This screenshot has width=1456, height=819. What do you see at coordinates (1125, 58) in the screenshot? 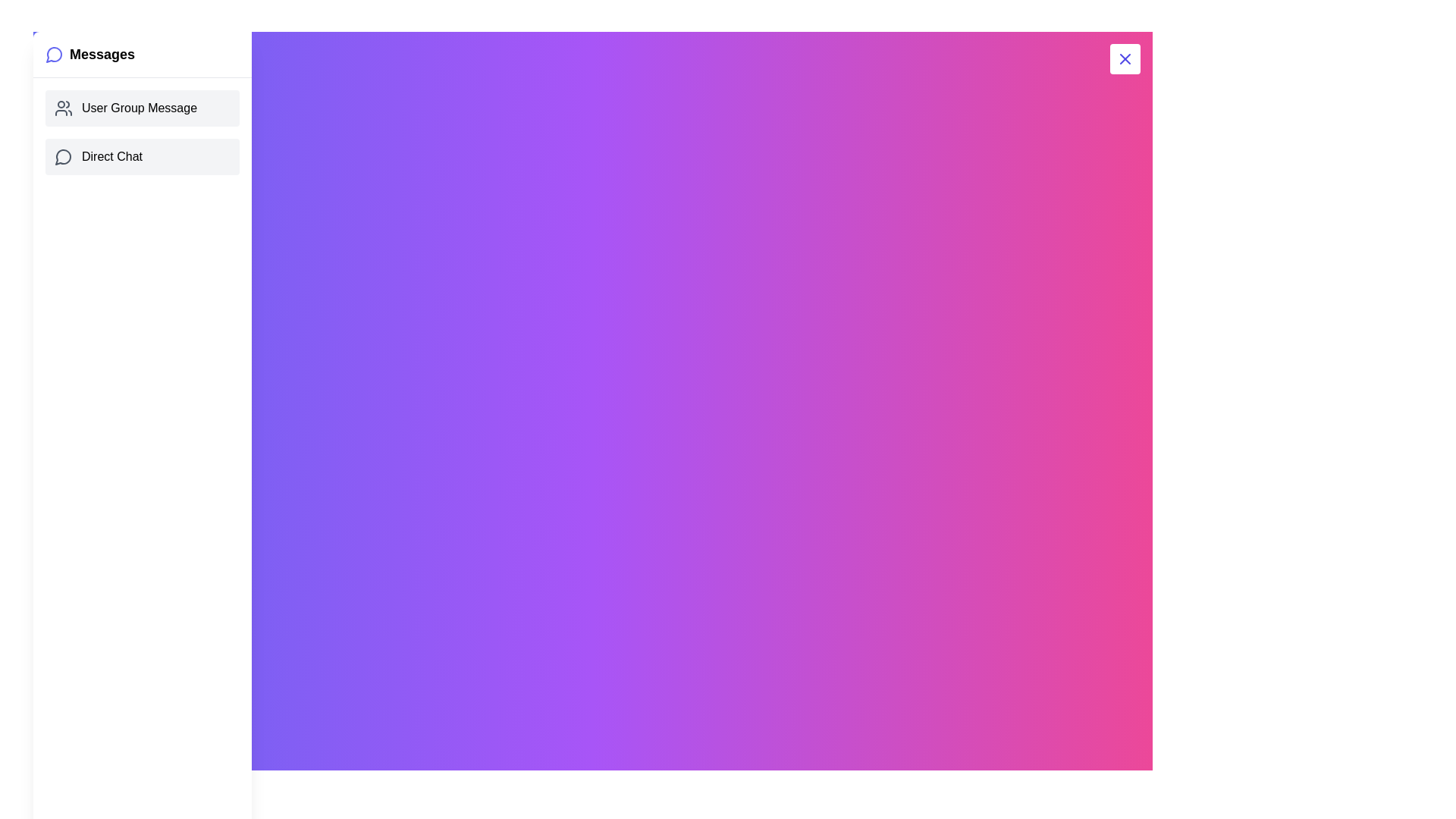
I see `the diagonal cross ('X') icon located in the upper-right corner of the interface, which is part of a button` at bounding box center [1125, 58].